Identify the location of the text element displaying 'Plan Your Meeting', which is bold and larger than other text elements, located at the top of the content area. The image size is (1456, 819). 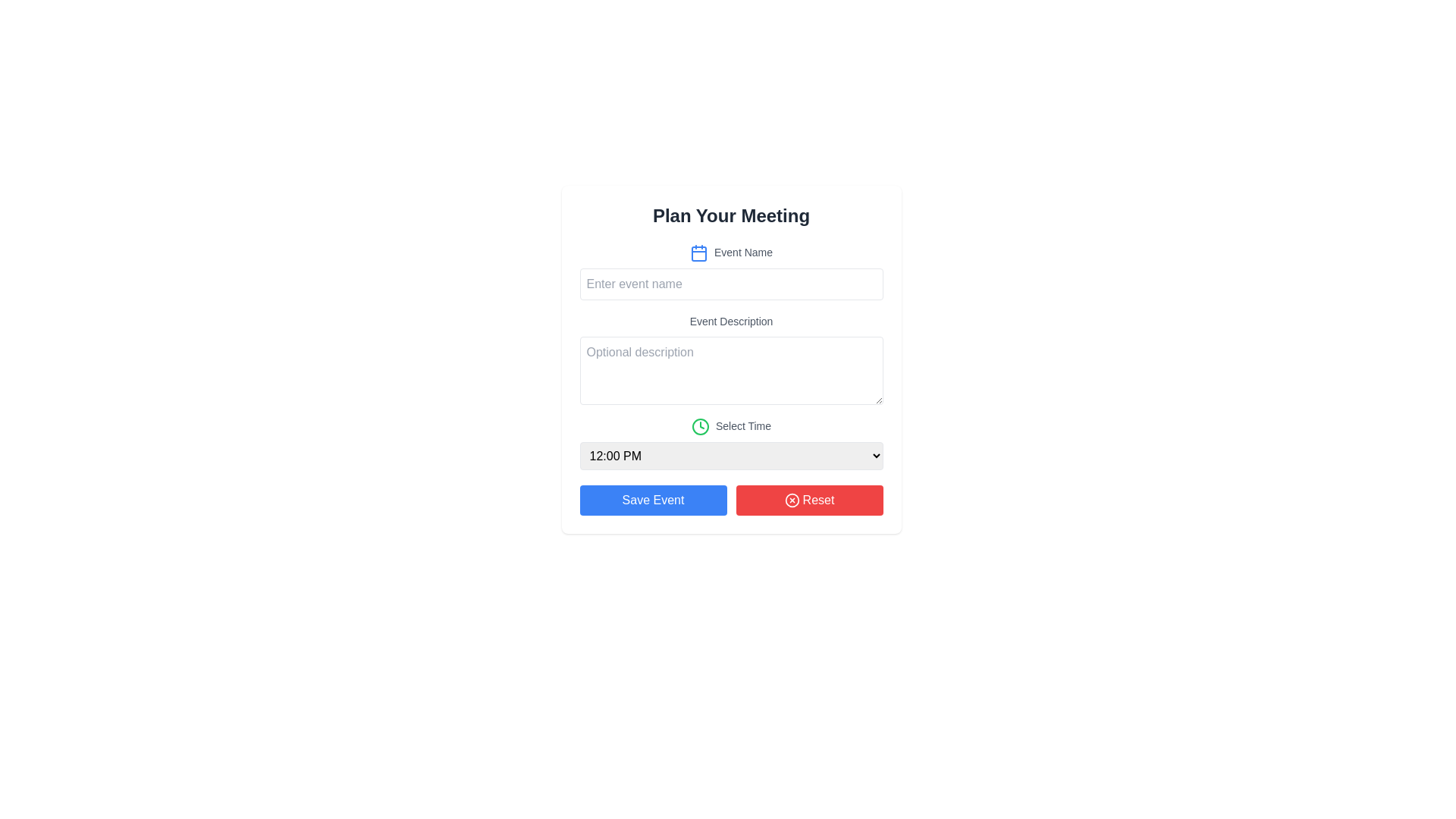
(731, 216).